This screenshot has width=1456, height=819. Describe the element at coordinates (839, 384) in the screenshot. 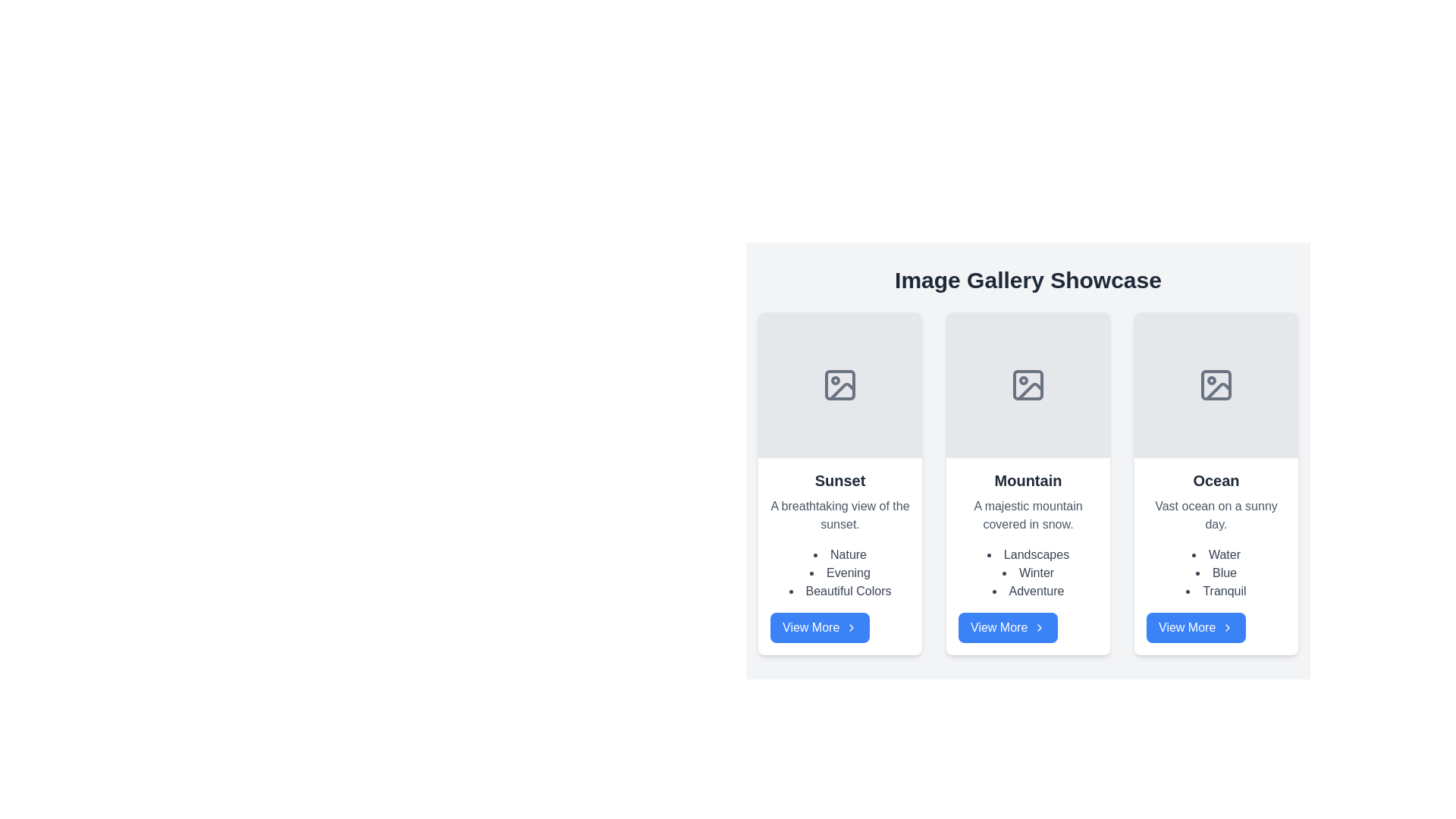

I see `the icon representing an image associated with the 'Sunset' card, which is located in the first card of a horizontal row of three cards` at that location.